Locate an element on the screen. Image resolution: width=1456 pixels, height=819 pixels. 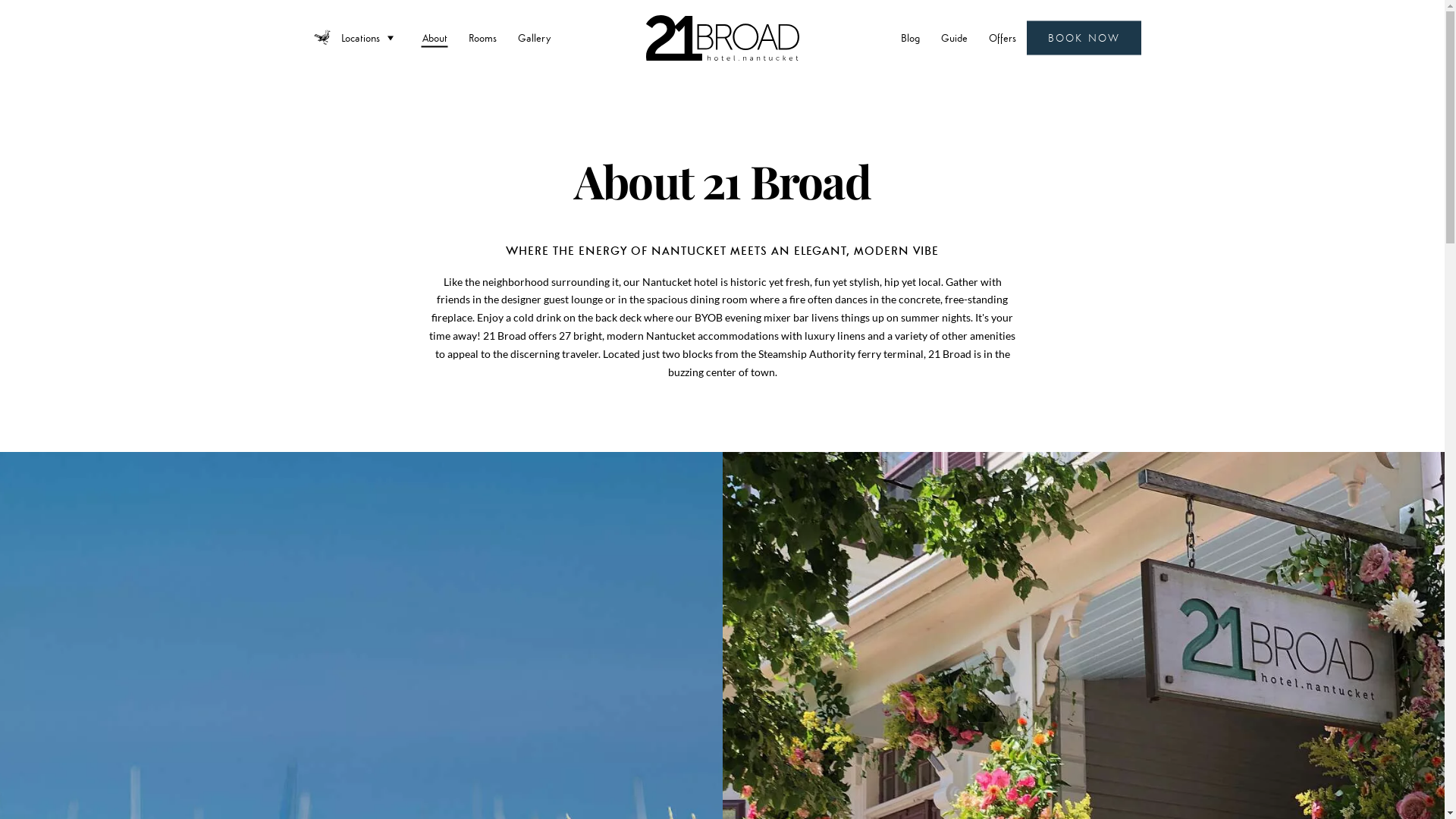
'Rooms' is located at coordinates (482, 37).